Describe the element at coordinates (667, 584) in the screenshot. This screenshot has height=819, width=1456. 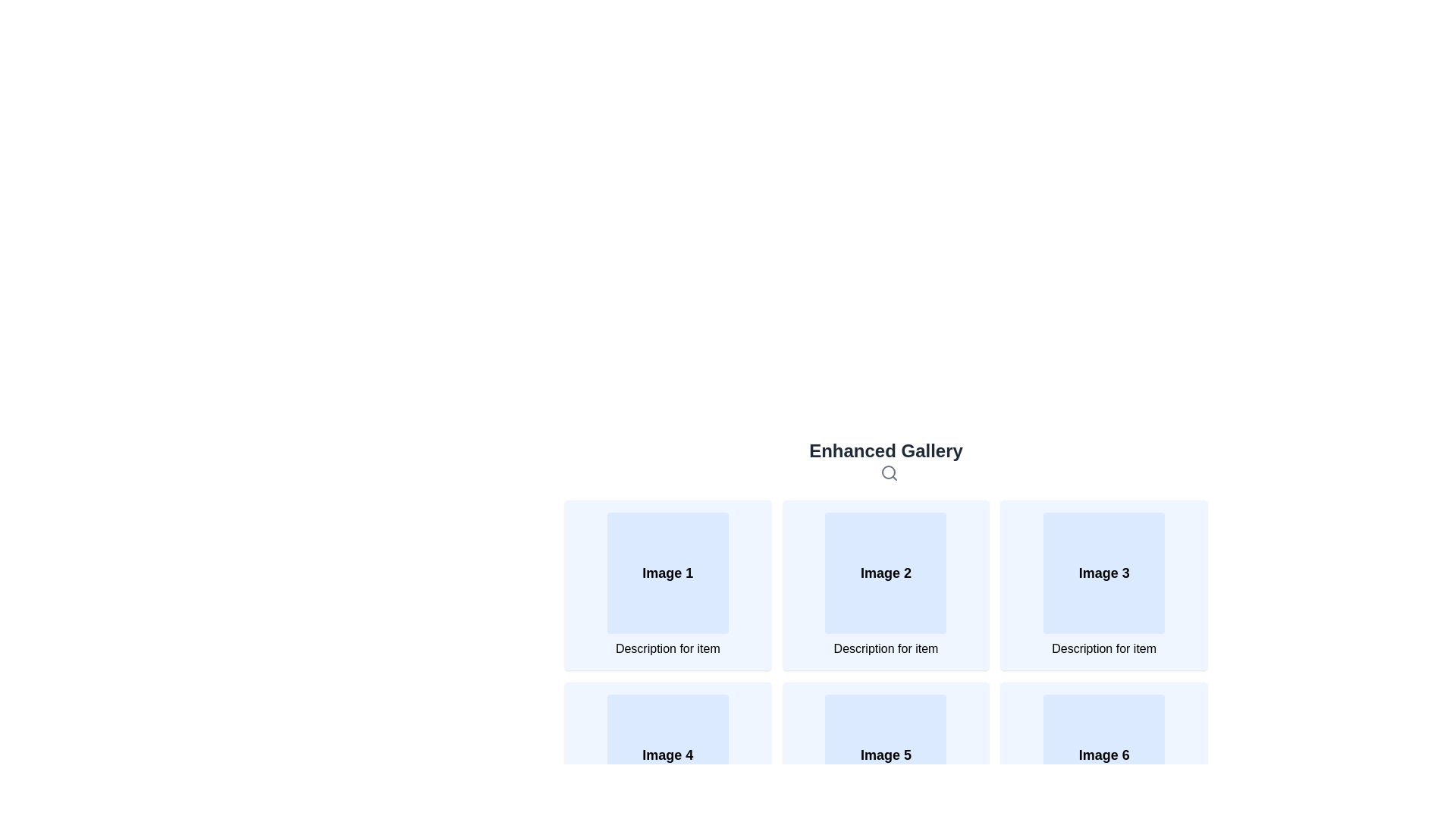
I see `the first card element in the gallery` at that location.